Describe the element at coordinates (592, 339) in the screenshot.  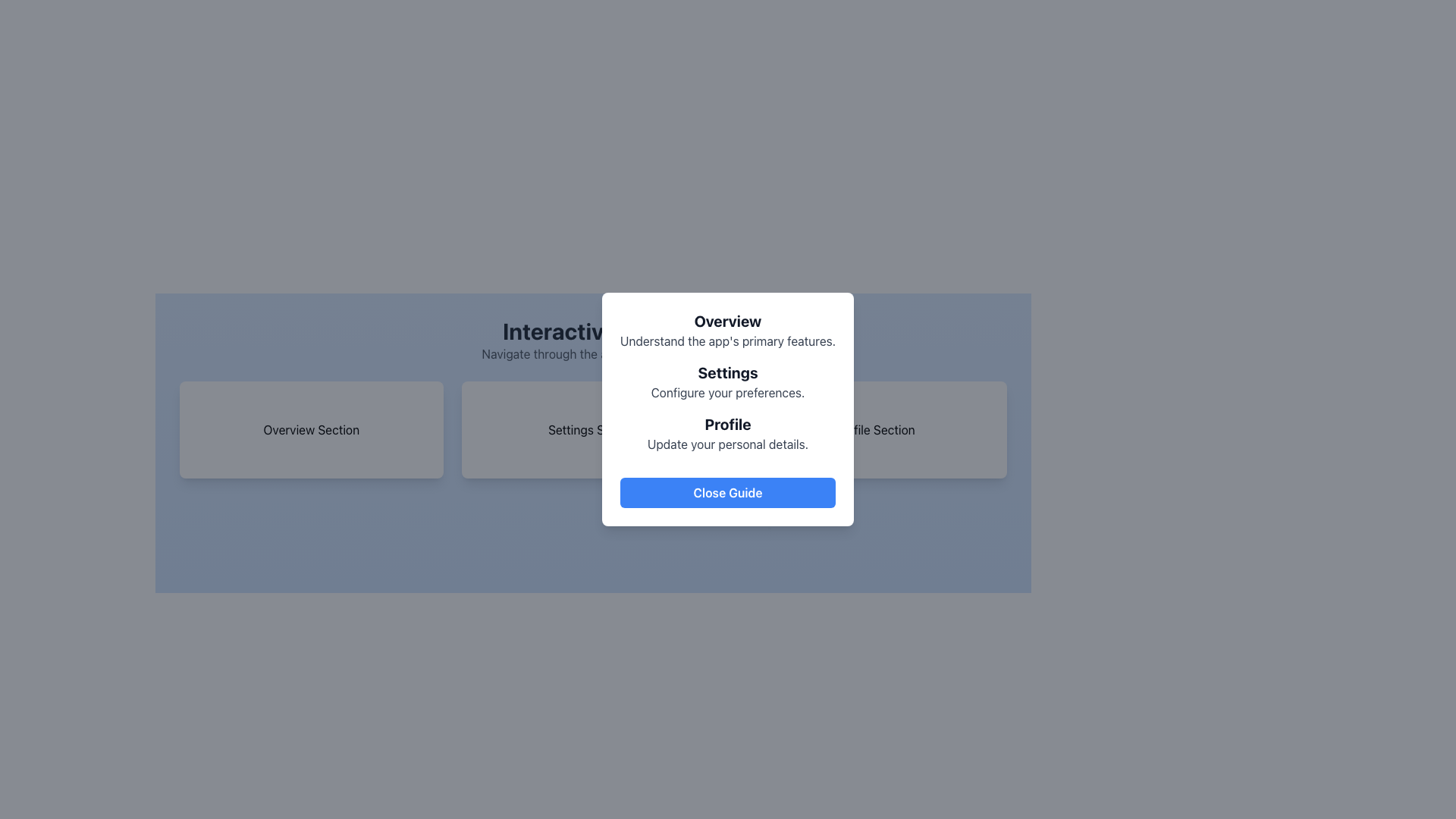
I see `the text block titled 'Interactive Guide' which includes the subtitle 'Navigate through the app's key features'` at that location.